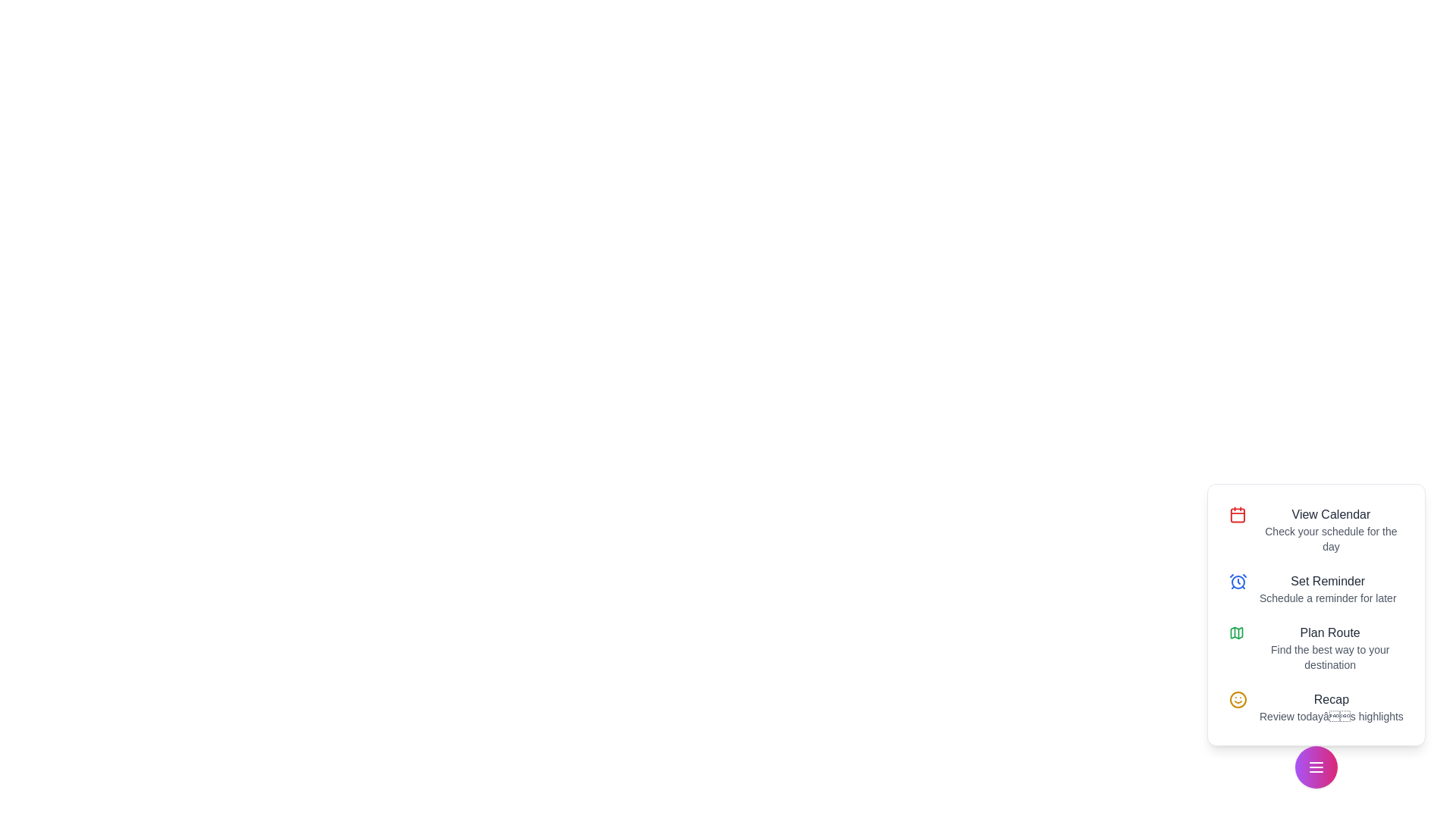 The height and width of the screenshot is (819, 1456). I want to click on the Plan Route icon to perform the corresponding action, so click(1237, 632).